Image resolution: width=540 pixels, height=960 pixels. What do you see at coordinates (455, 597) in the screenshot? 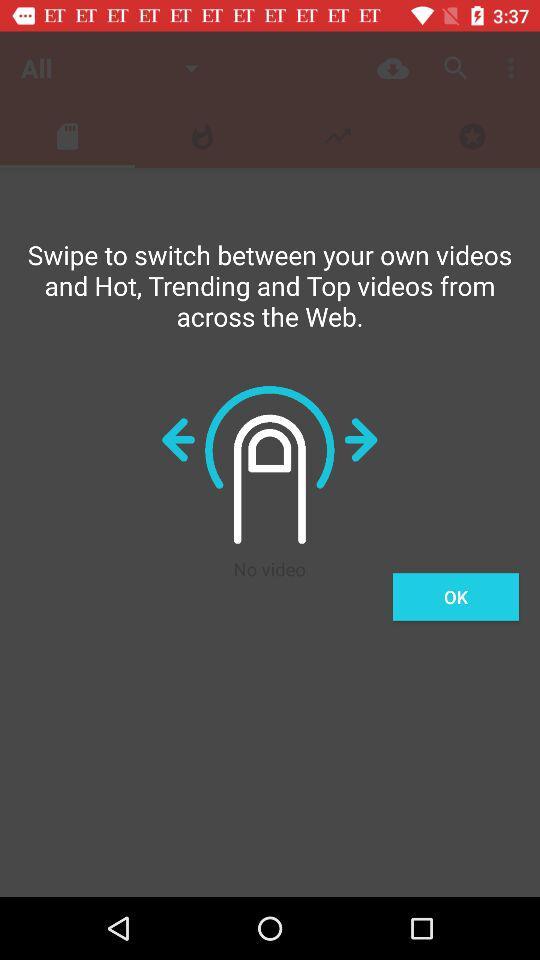
I see `the item on the right` at bounding box center [455, 597].